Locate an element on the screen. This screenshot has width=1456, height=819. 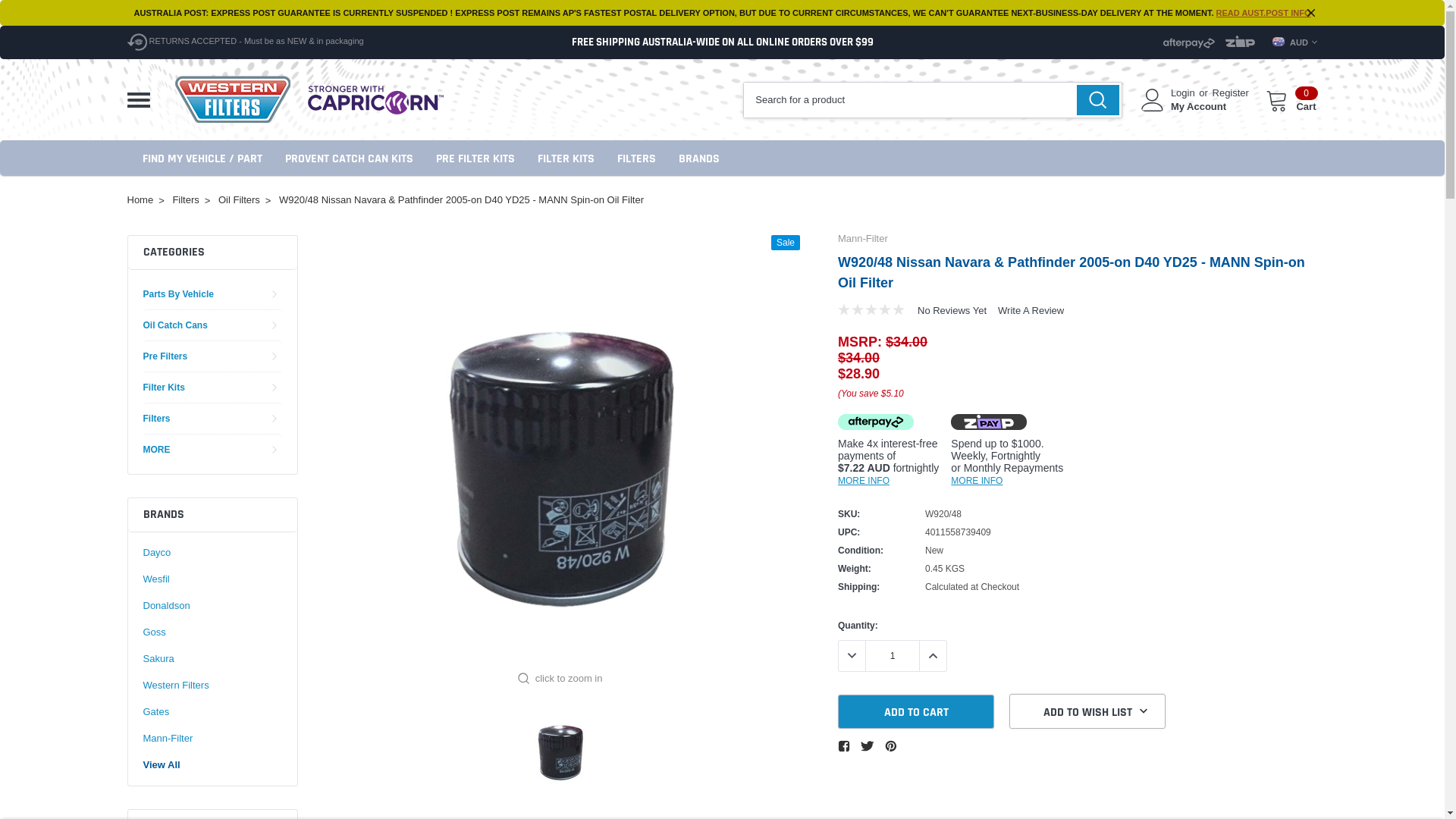
'FILTER KITS' is located at coordinates (564, 158).